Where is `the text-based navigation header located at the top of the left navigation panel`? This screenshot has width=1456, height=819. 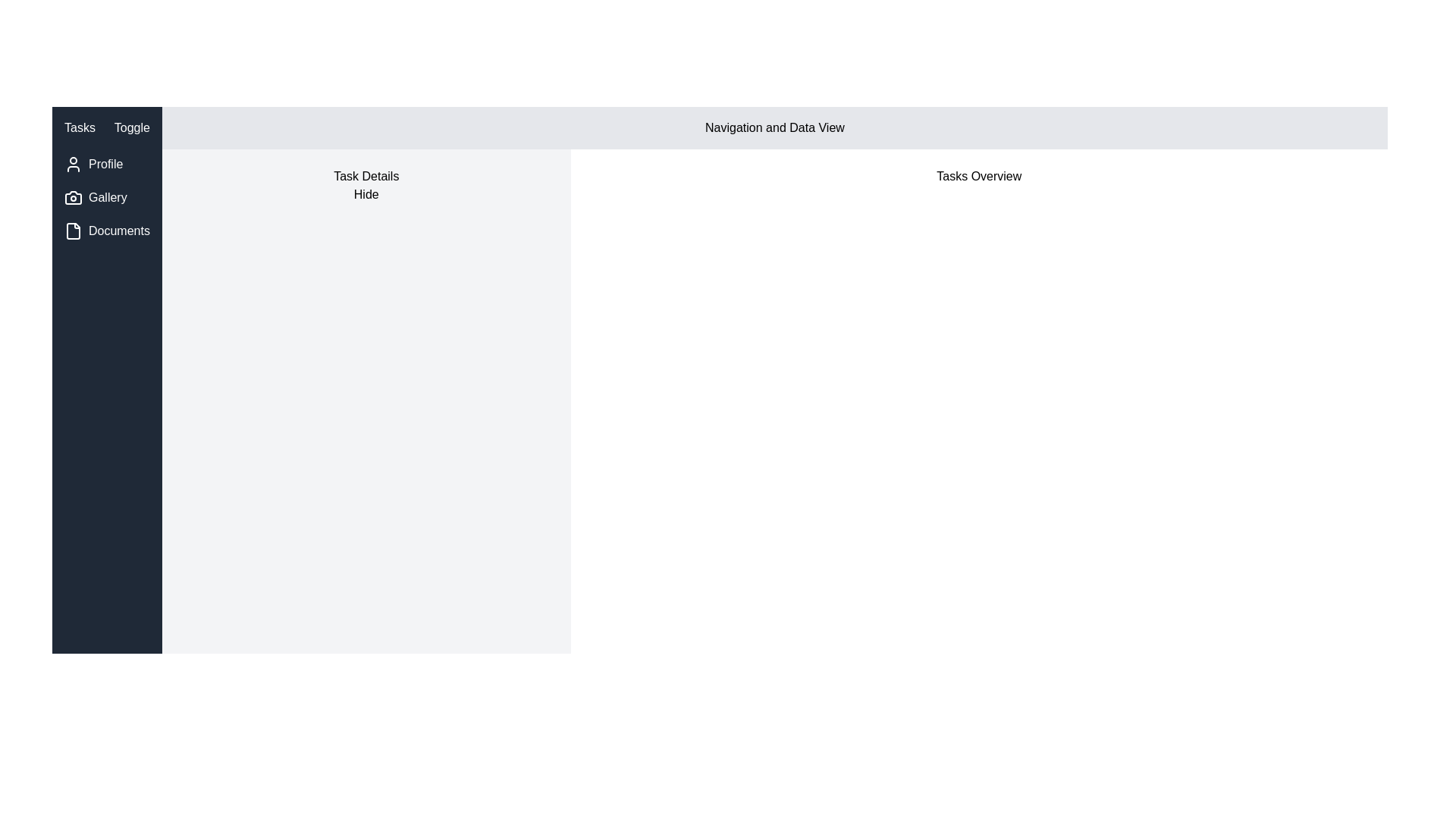 the text-based navigation header located at the top of the left navigation panel is located at coordinates (105, 127).